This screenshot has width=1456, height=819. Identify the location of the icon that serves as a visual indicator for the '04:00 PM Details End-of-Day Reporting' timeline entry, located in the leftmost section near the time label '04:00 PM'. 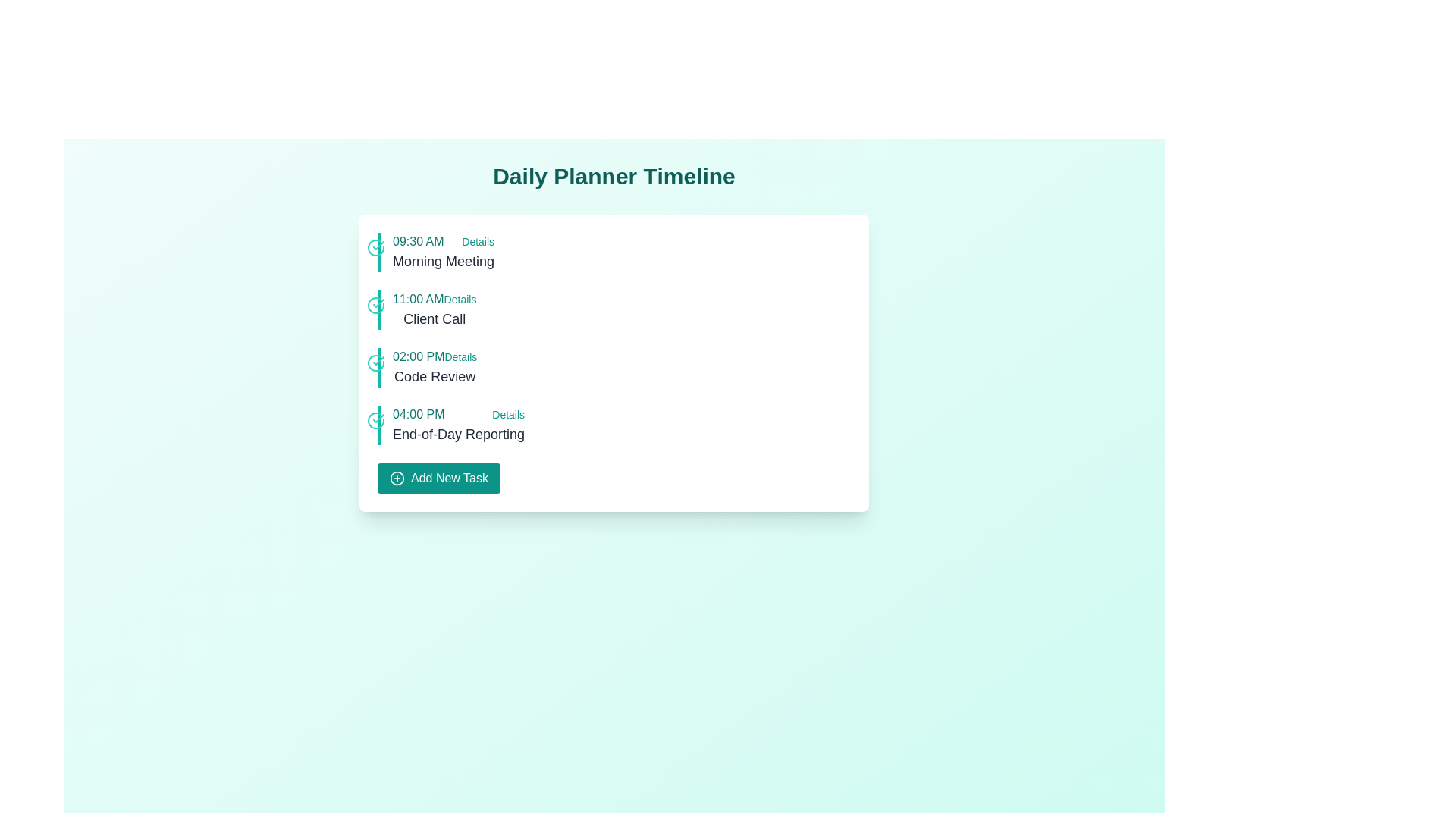
(375, 421).